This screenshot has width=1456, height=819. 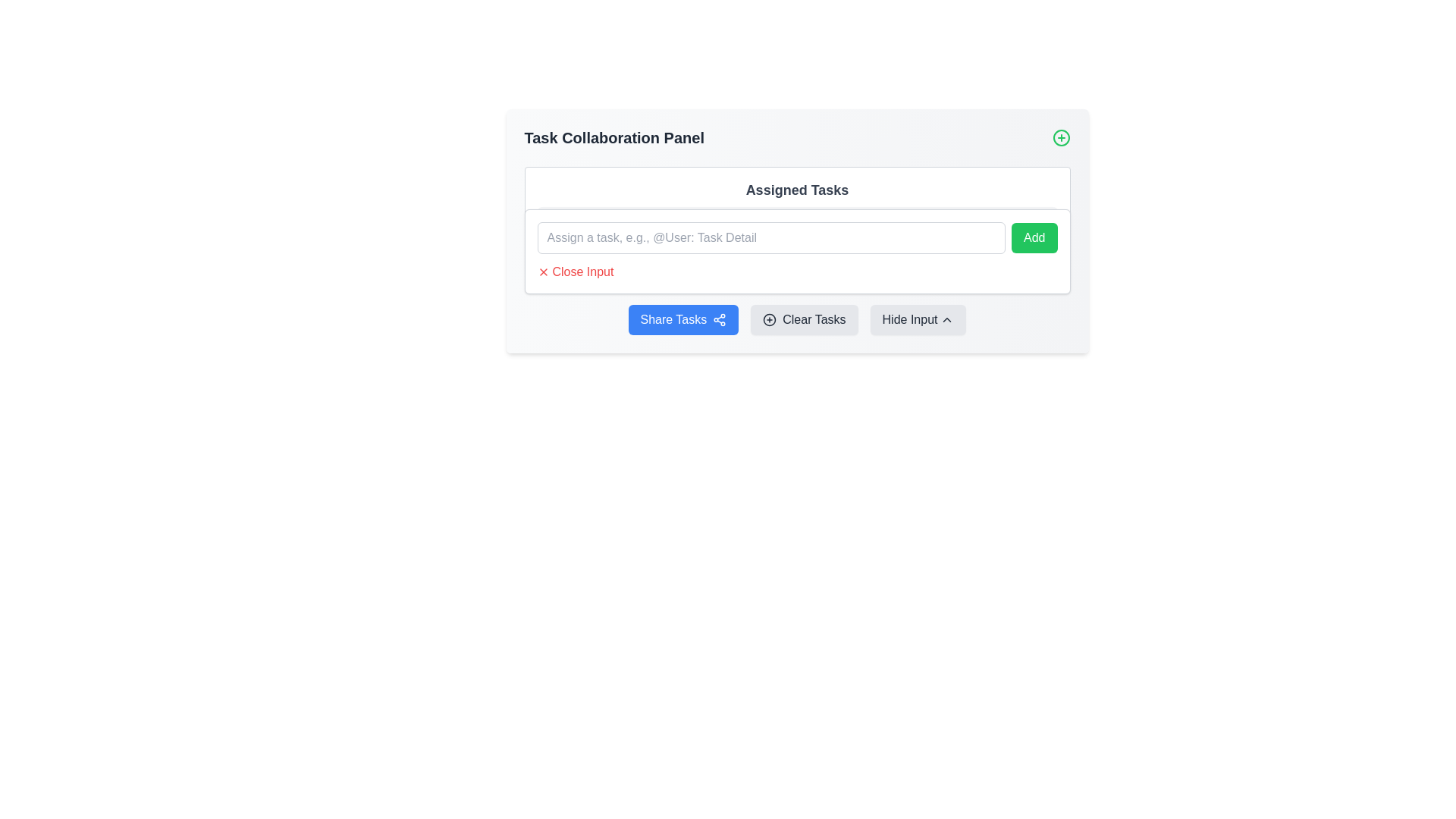 What do you see at coordinates (682, 318) in the screenshot?
I see `the first button in the horizontal row of three buttons at the bottom of the UI panel to initiate a task-sharing operation` at bounding box center [682, 318].